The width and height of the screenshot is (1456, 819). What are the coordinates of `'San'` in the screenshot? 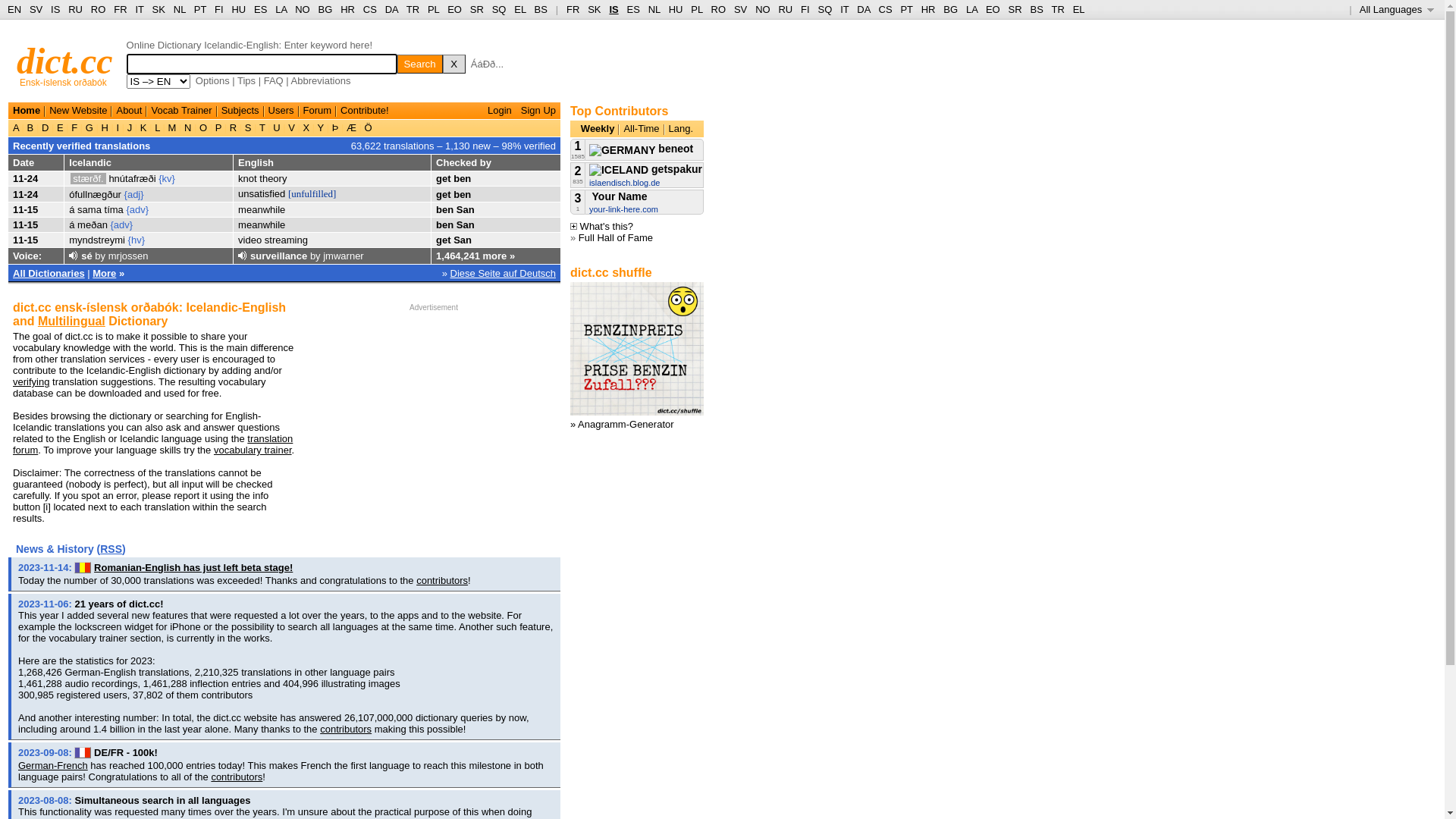 It's located at (455, 224).